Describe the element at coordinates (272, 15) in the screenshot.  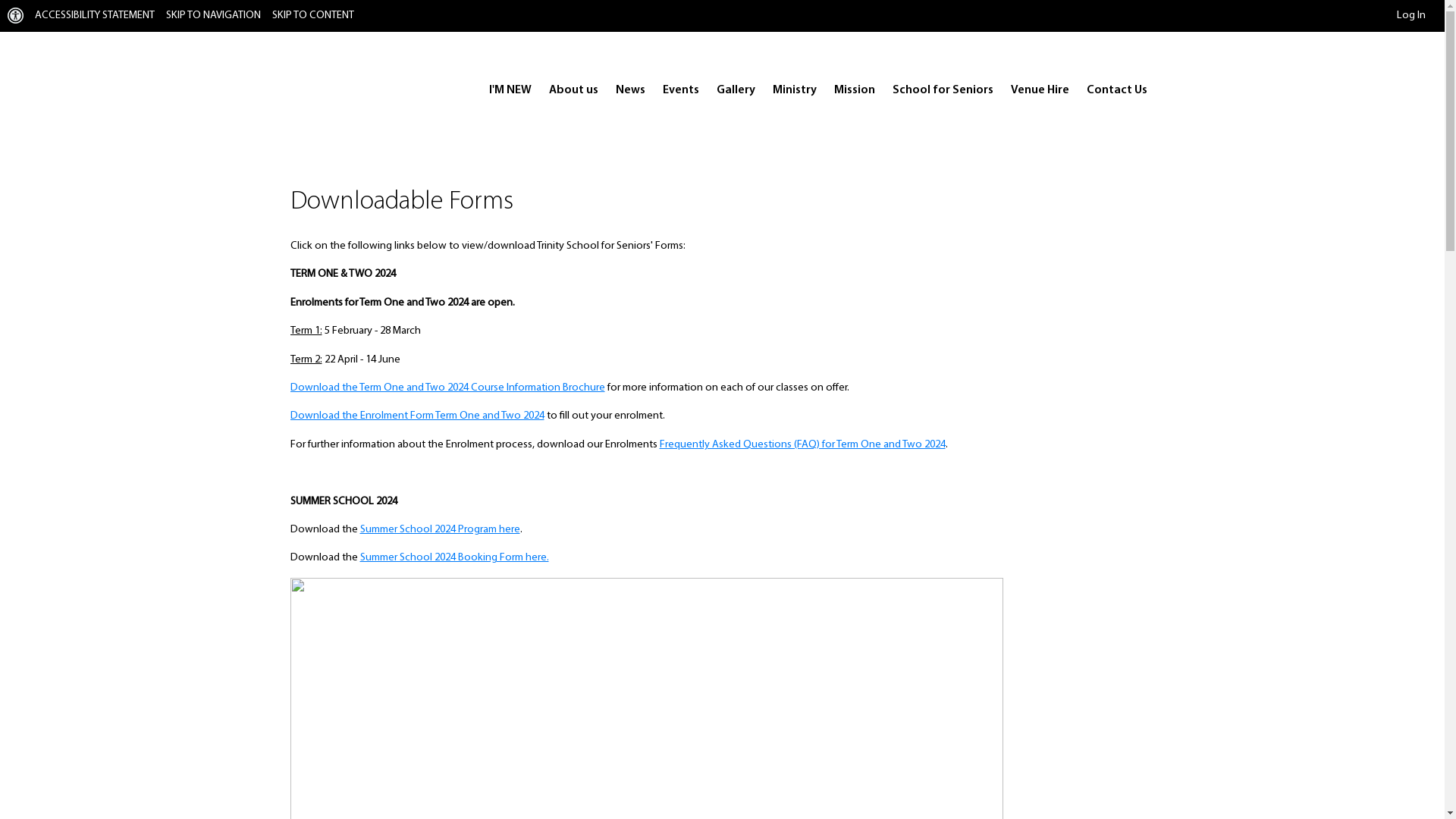
I see `'SKIP TO CONTENT'` at that location.